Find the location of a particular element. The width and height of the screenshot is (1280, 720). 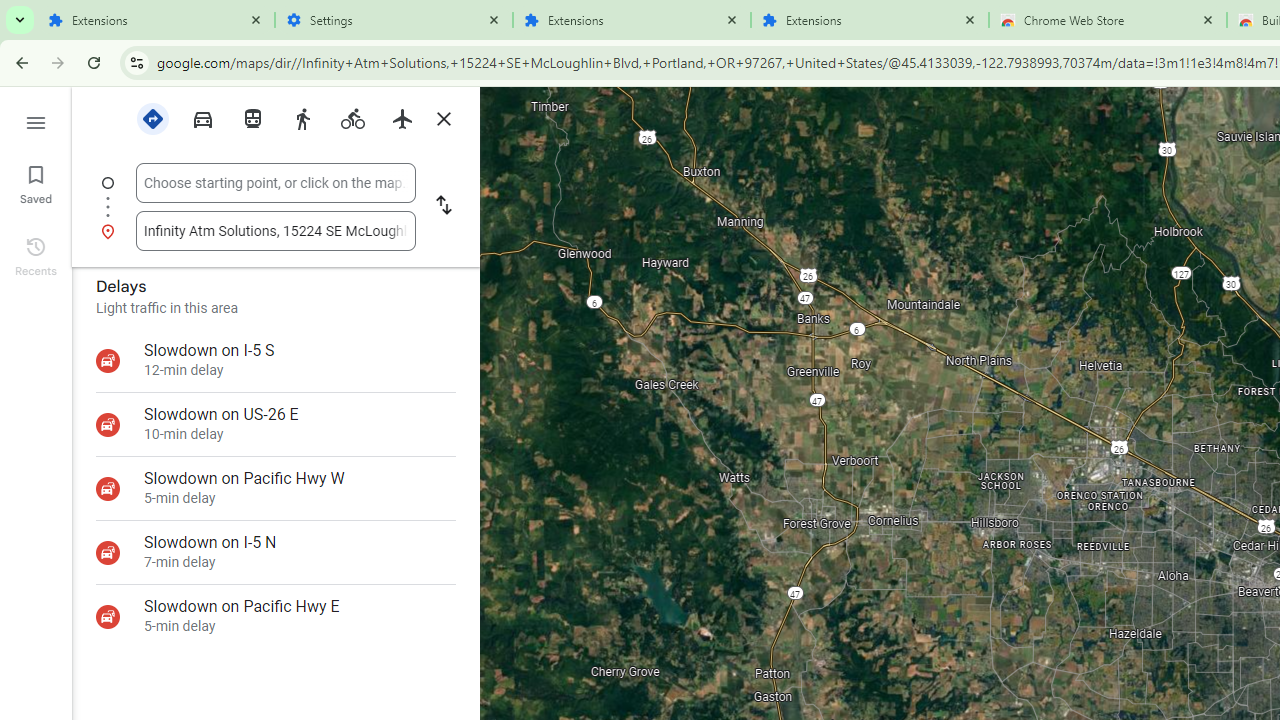

'Menu' is located at coordinates (35, 120).